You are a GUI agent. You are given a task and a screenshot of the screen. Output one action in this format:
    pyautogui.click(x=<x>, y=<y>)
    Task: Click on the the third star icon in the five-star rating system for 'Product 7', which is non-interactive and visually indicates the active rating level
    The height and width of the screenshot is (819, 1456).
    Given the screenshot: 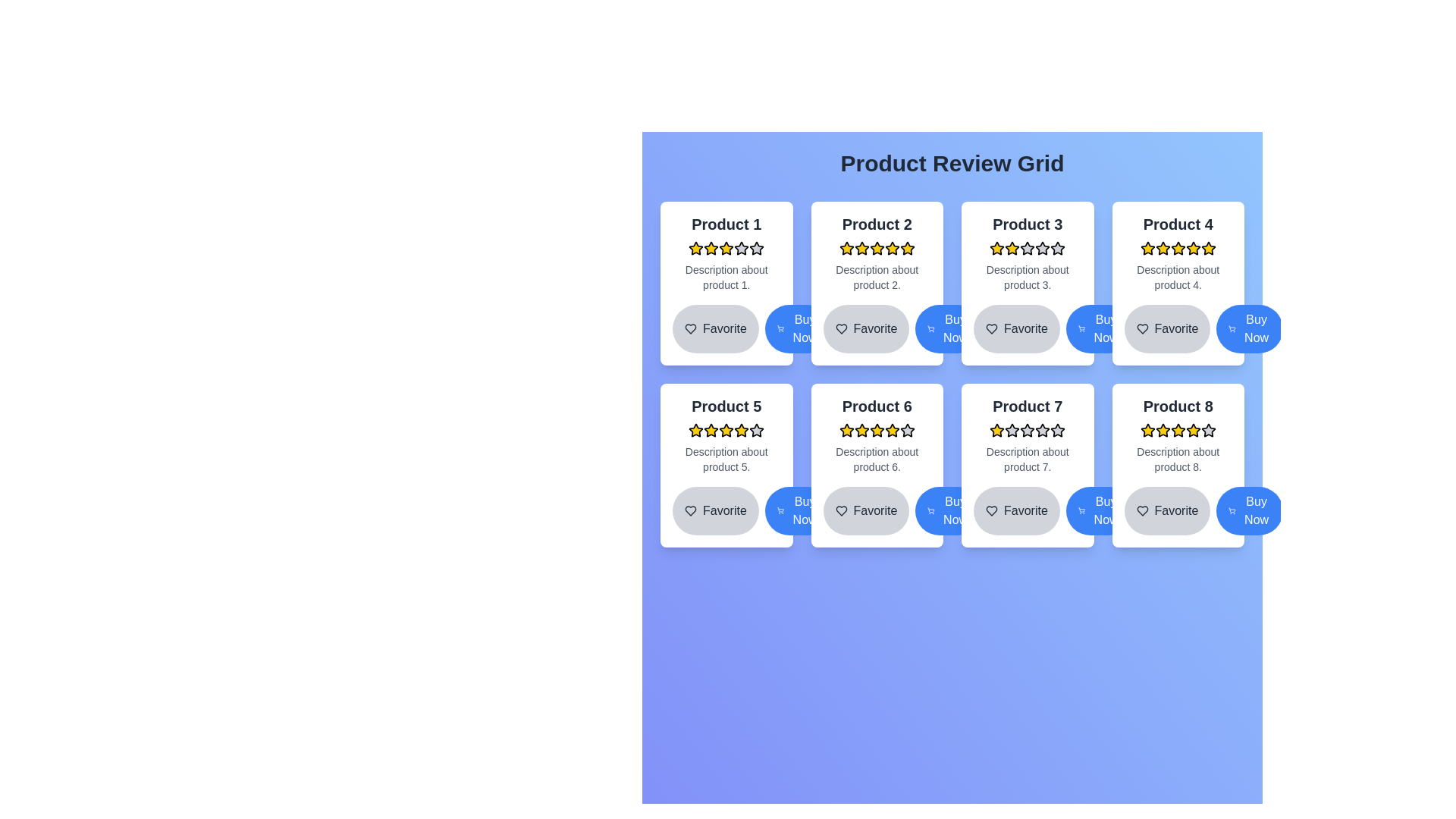 What is the action you would take?
    pyautogui.click(x=1012, y=430)
    